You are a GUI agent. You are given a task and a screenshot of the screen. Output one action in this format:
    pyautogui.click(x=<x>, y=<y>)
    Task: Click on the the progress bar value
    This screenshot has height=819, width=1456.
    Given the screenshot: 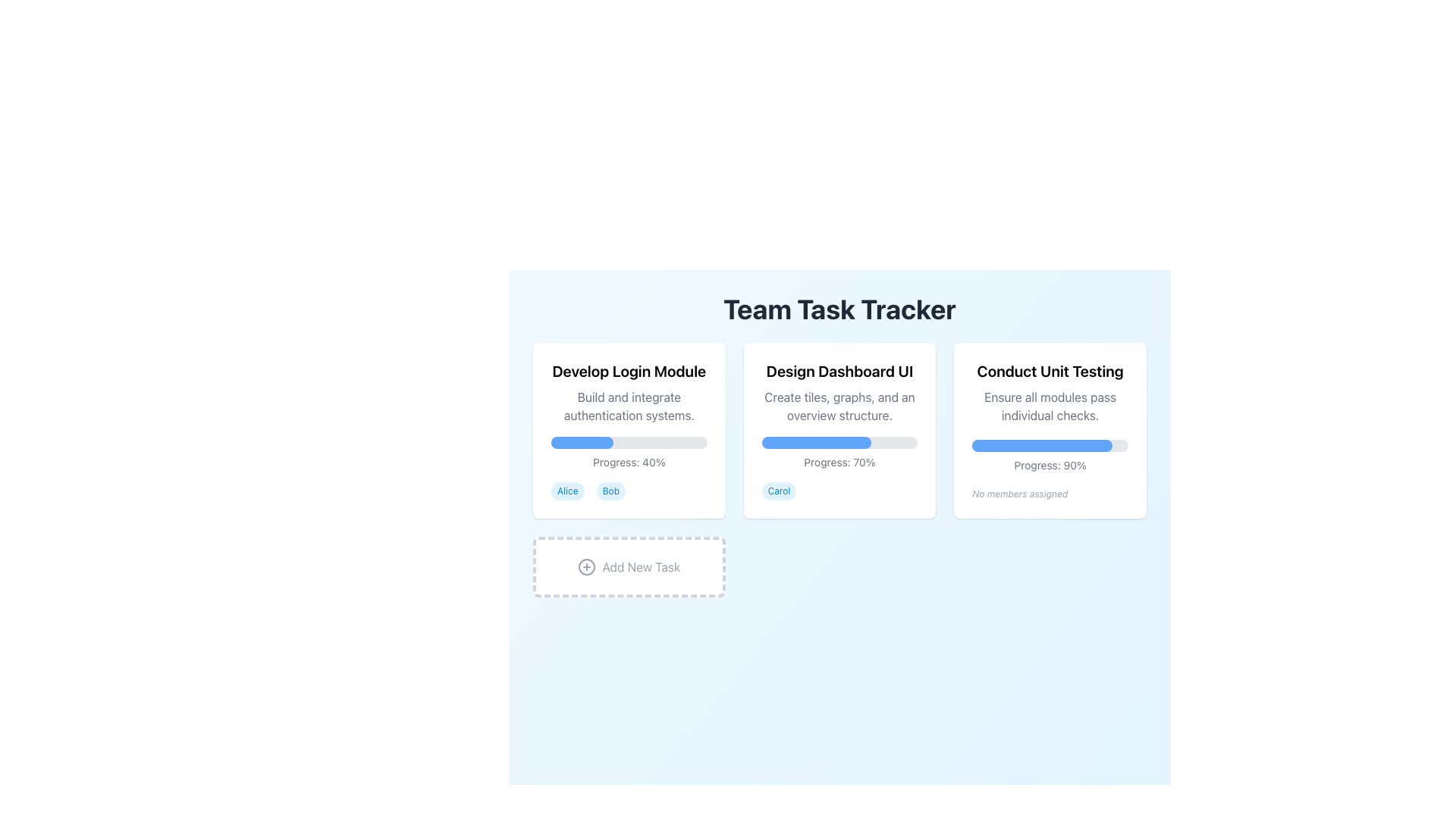 What is the action you would take?
    pyautogui.click(x=580, y=442)
    